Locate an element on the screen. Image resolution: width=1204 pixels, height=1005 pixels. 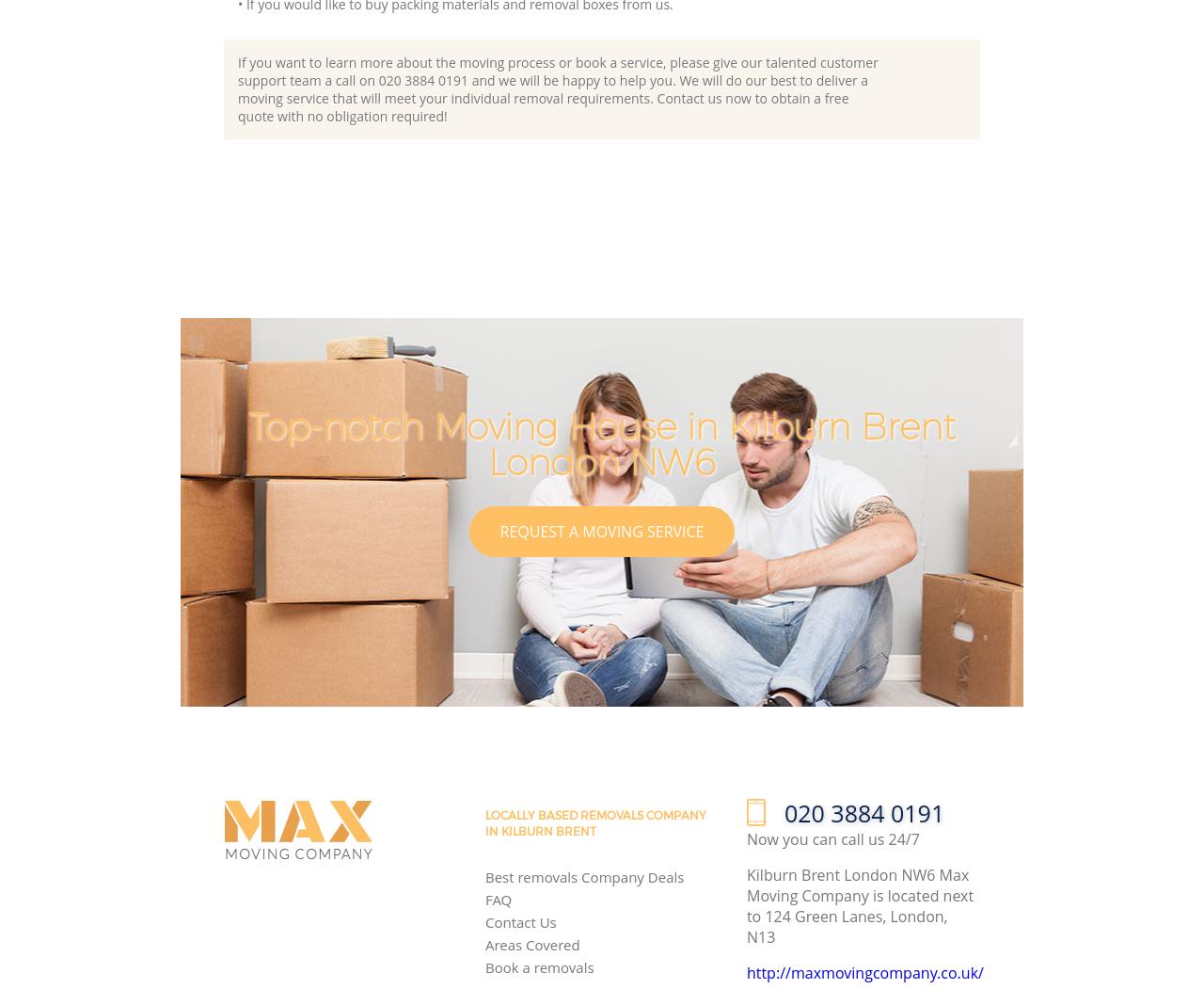
'Areas Covered' is located at coordinates (531, 945).